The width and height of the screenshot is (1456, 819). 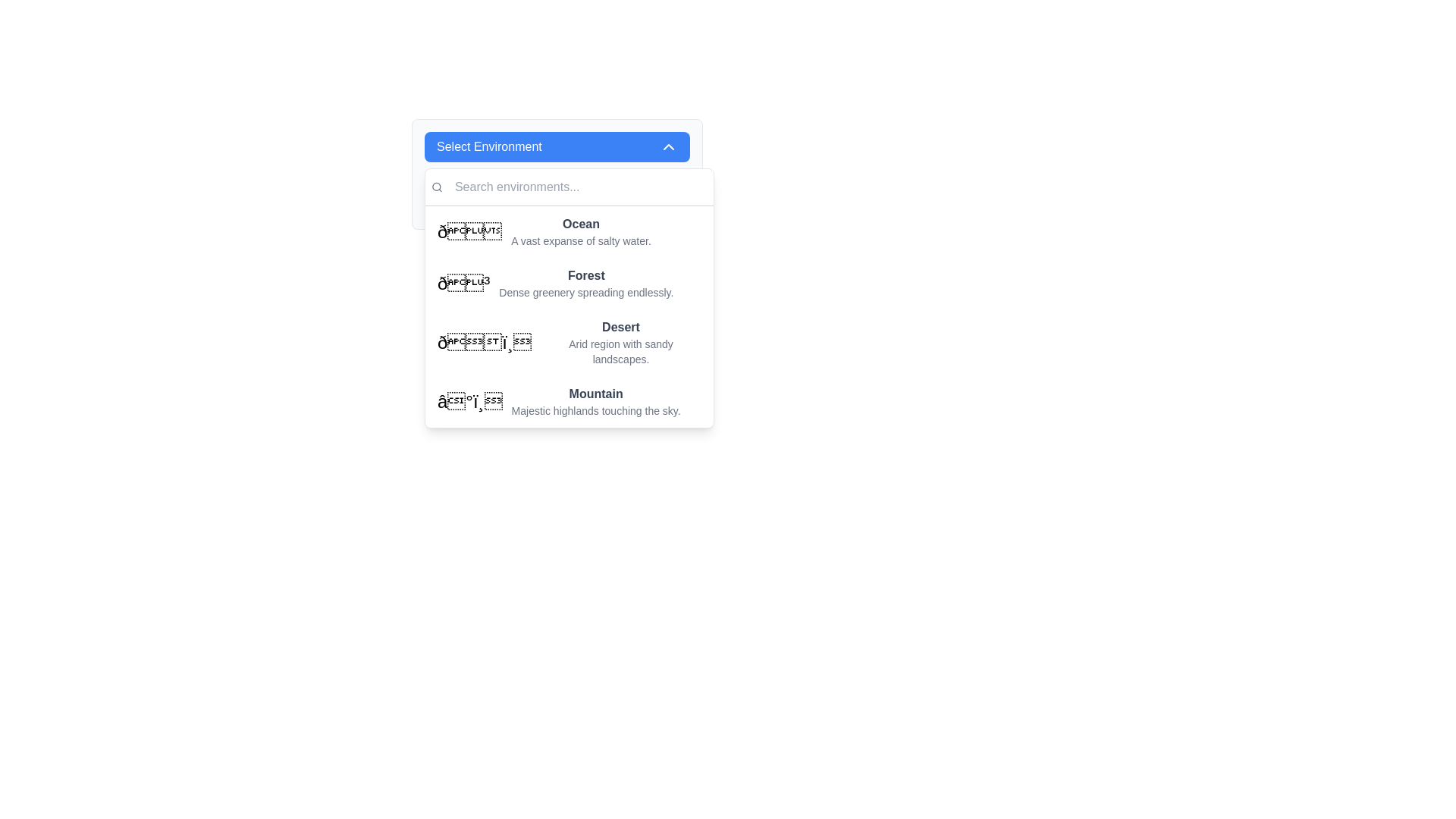 I want to click on the third option in the 'Select Environment' dropdown list, which features a desert landscape emoji and the text 'Desert' with a description 'Arid region with sandy landscapes.', so click(x=568, y=342).